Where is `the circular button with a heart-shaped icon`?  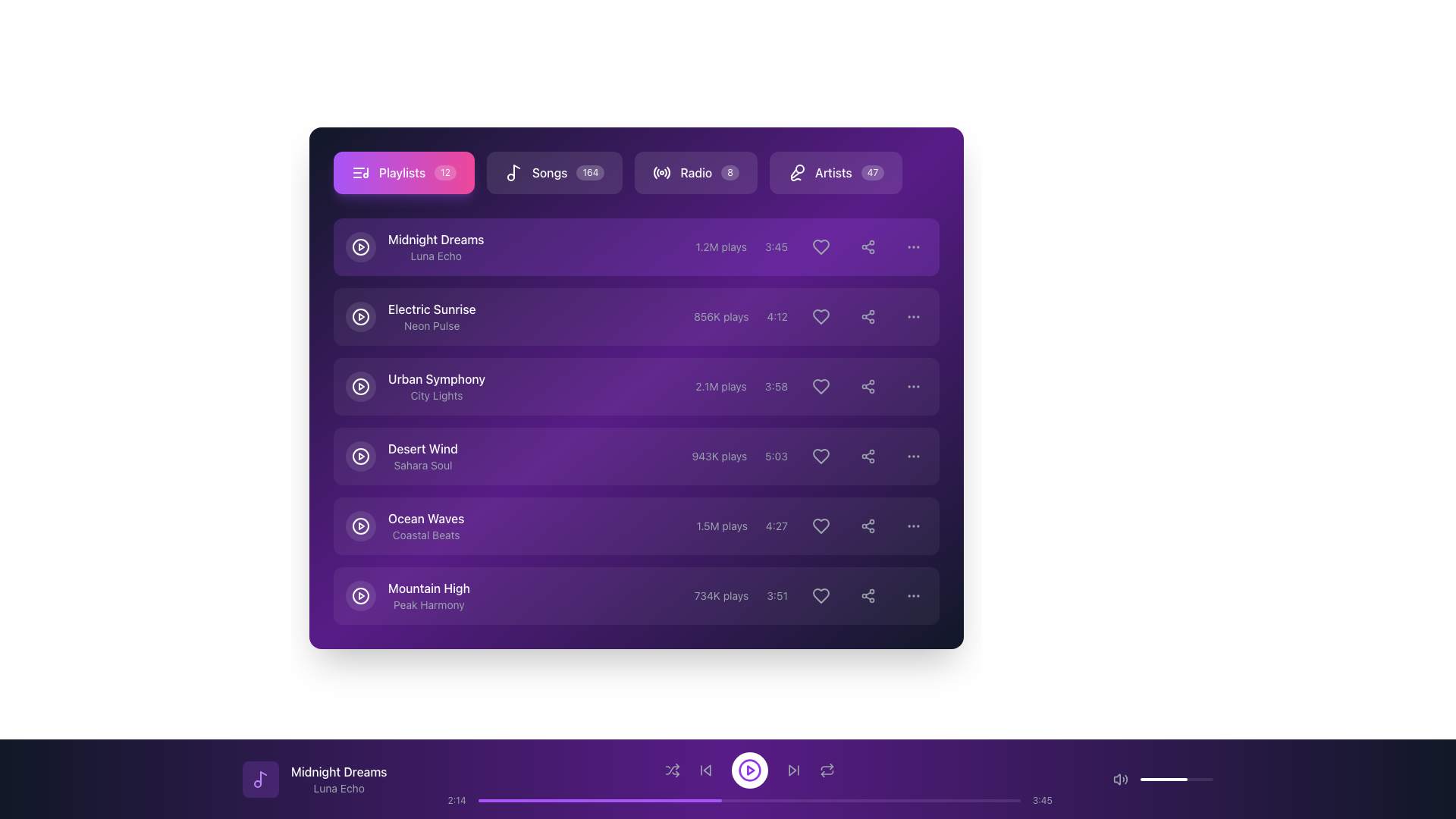 the circular button with a heart-shaped icon is located at coordinates (821, 526).